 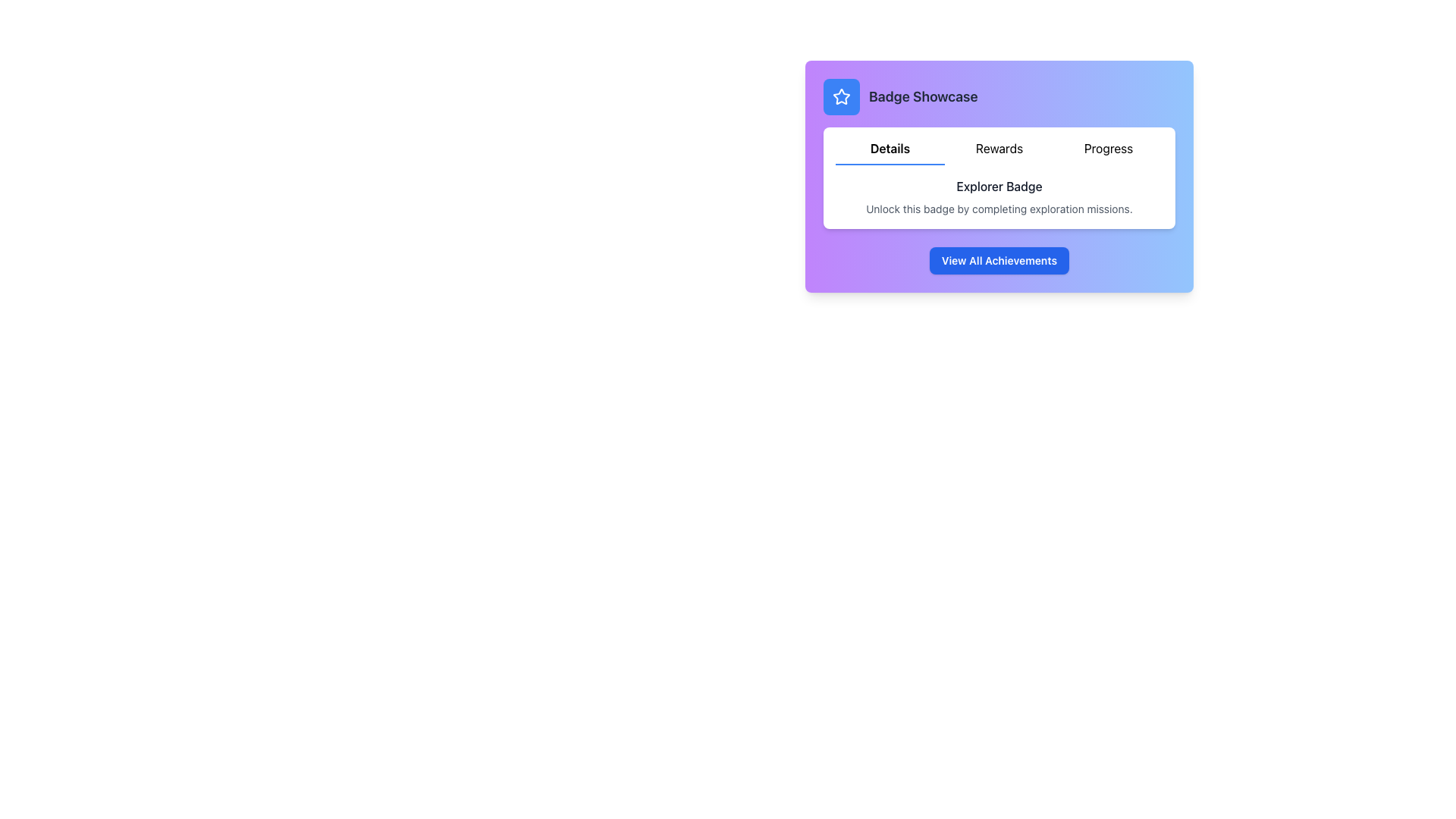 What do you see at coordinates (890, 152) in the screenshot?
I see `the 'Details' tab, which is a bold text label with a blue bottom border located in the navigation bar of the pop-up card` at bounding box center [890, 152].